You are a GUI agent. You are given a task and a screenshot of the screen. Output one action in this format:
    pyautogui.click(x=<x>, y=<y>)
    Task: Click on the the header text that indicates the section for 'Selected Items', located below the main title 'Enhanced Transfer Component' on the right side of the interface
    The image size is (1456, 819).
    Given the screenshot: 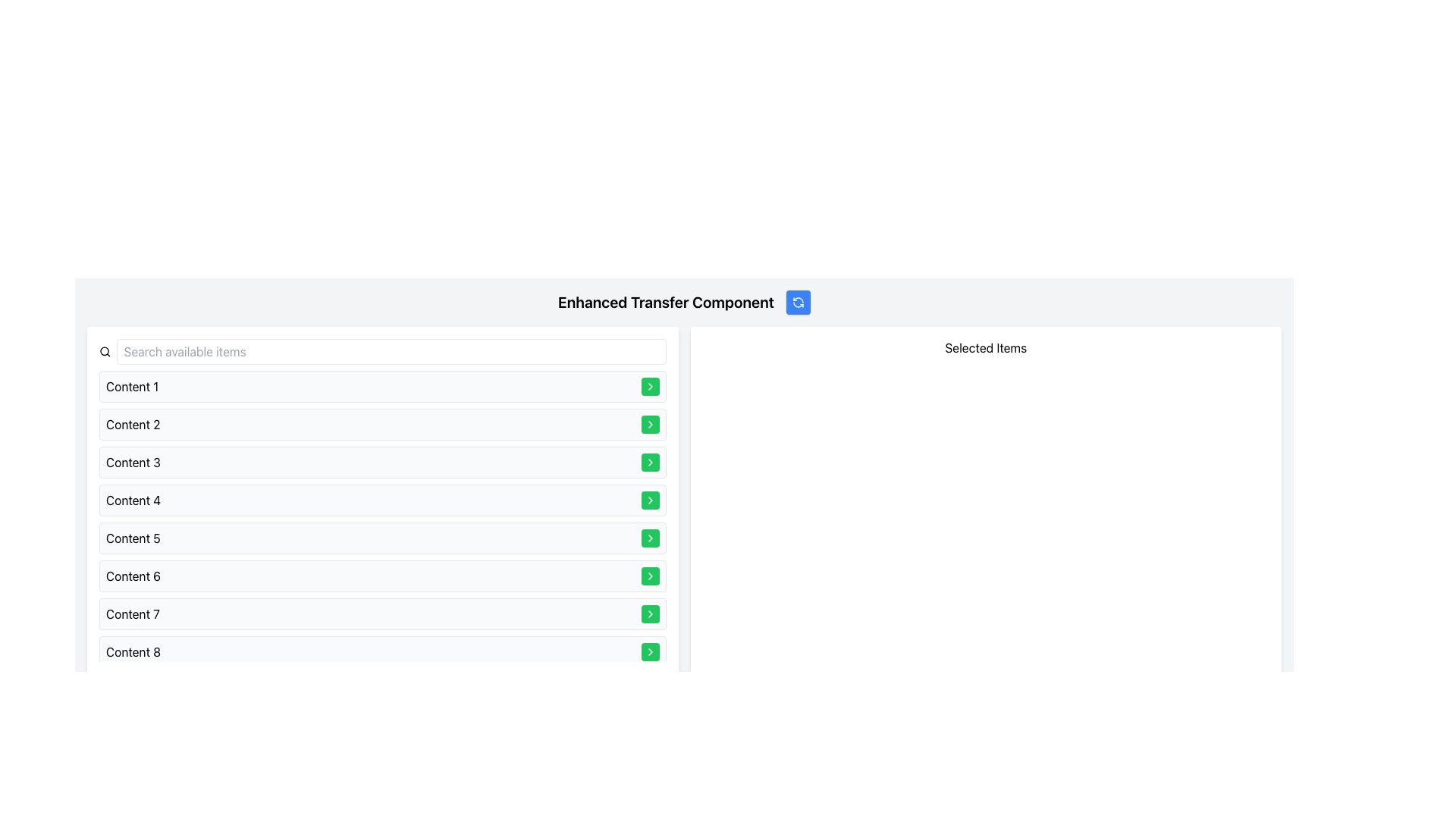 What is the action you would take?
    pyautogui.click(x=986, y=348)
    